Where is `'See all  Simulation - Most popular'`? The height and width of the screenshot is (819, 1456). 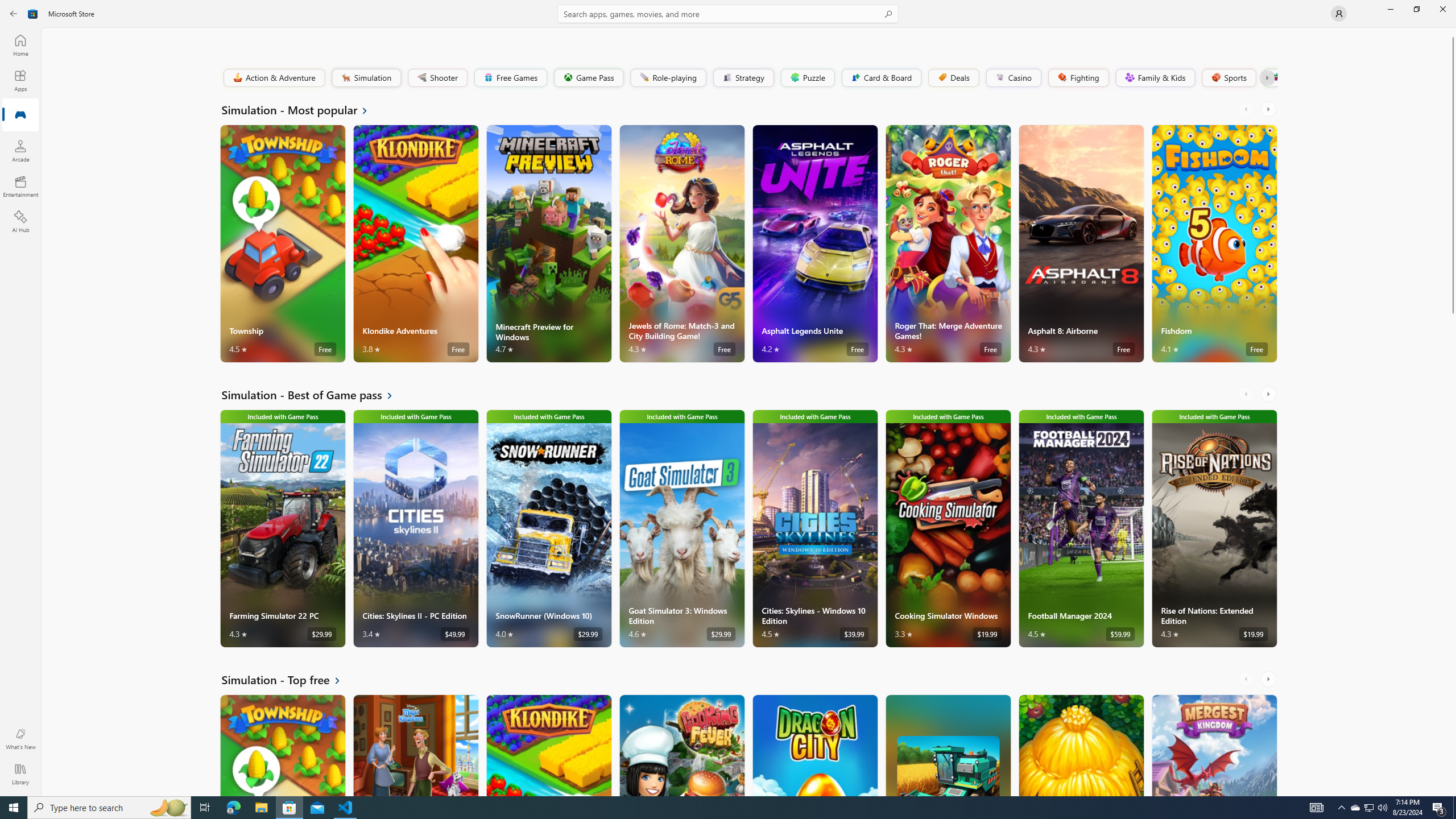 'See all  Simulation - Most popular' is located at coordinates (301, 109).